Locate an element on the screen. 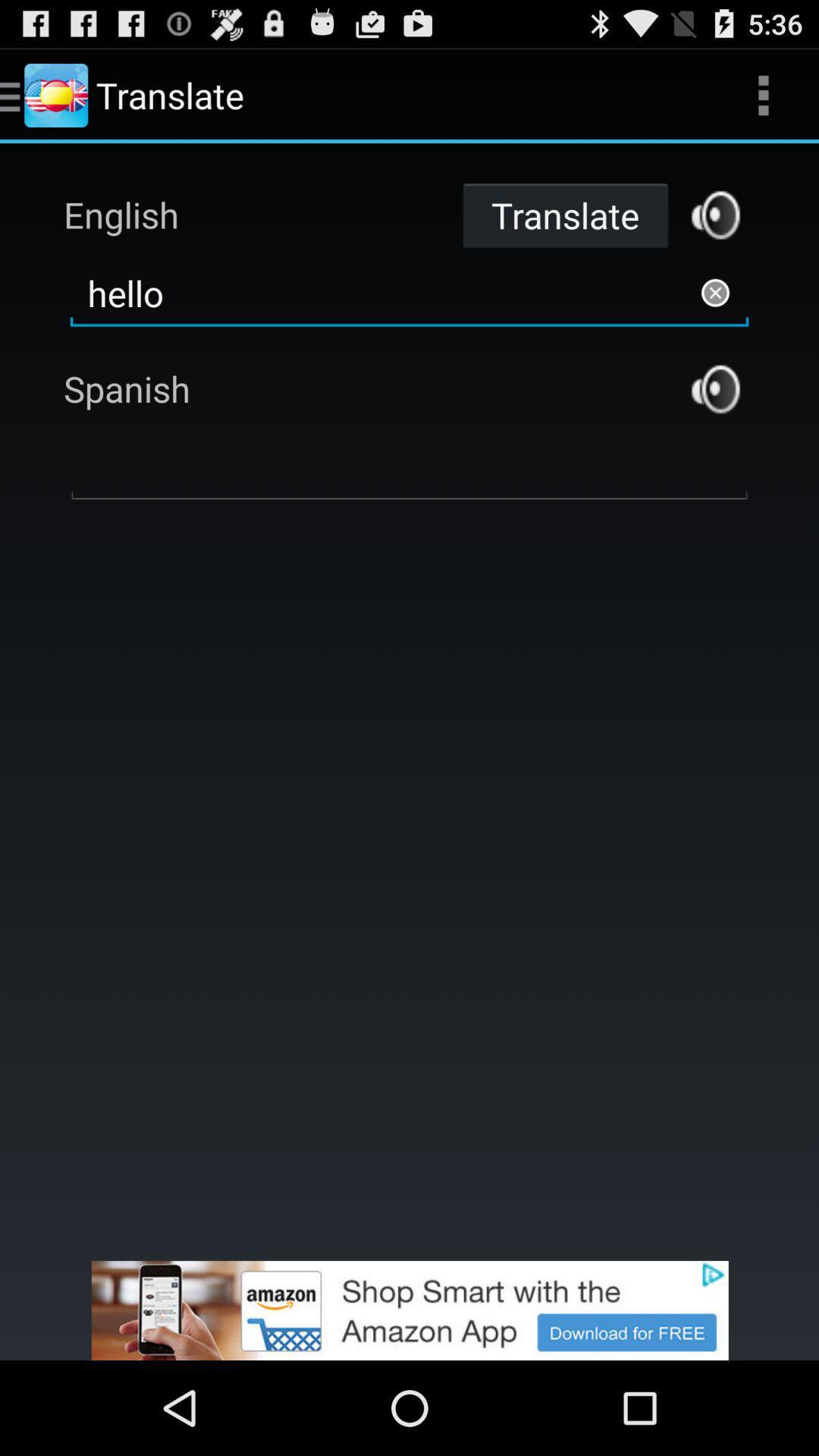 This screenshot has height=1456, width=819. speaker button is located at coordinates (715, 389).